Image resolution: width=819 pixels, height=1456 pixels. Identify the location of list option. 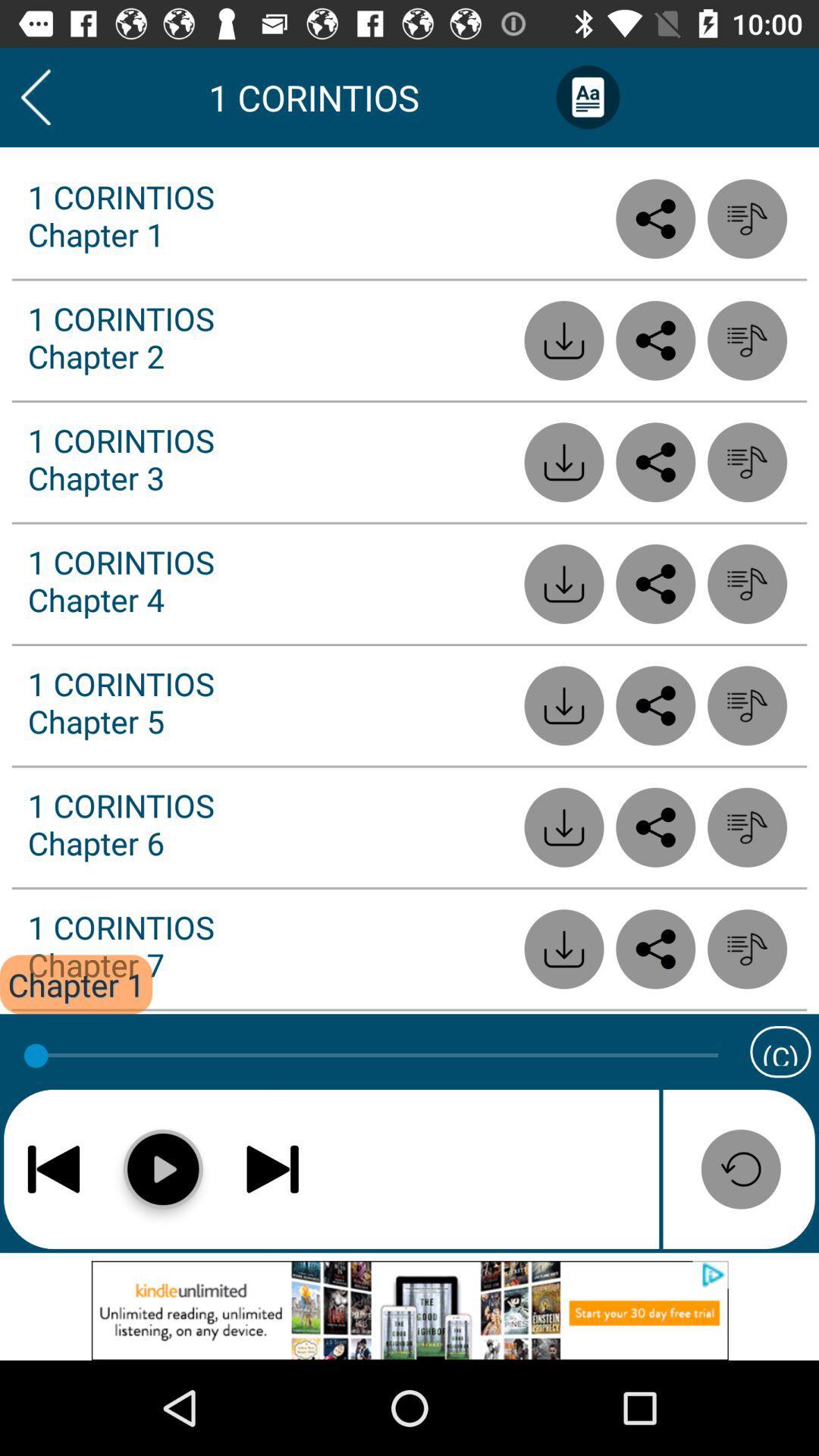
(746, 948).